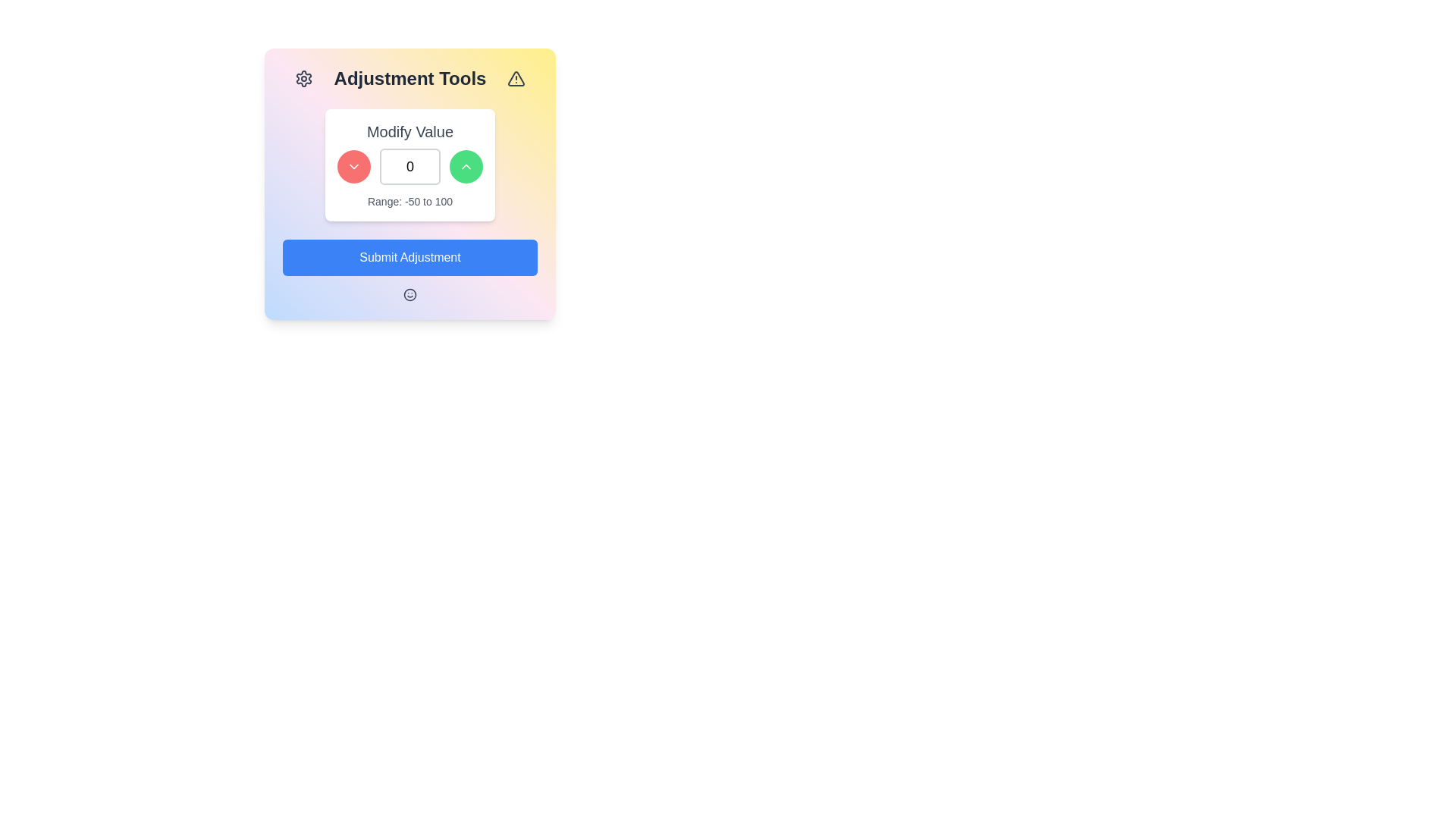 This screenshot has width=1456, height=819. I want to click on the chevron-up icon located inside the green circular button, so click(465, 166).